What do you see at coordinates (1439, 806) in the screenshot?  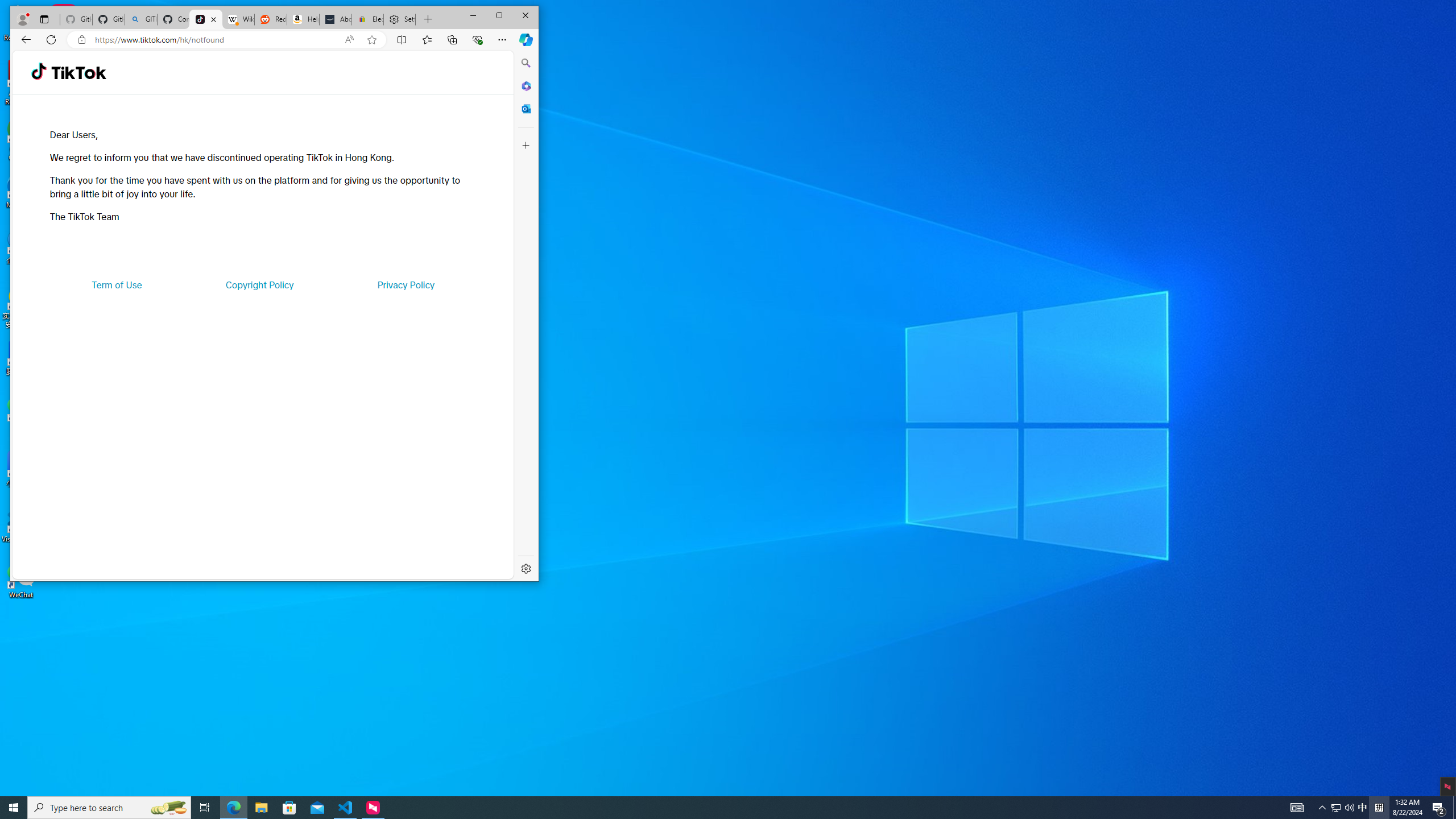 I see `'Action Center, 2 new notifications'` at bounding box center [1439, 806].